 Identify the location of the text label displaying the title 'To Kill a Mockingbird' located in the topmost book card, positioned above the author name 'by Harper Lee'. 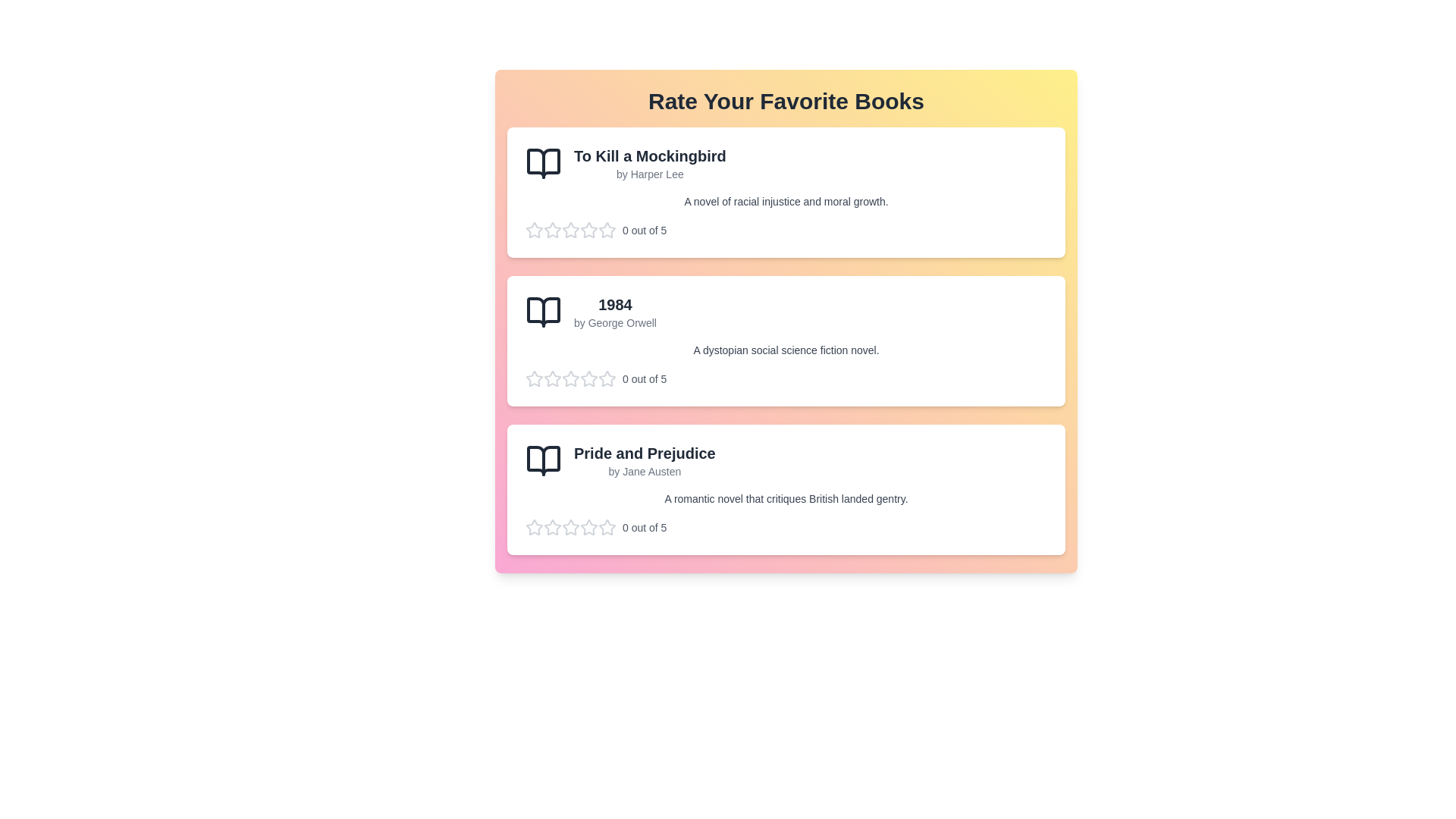
(650, 155).